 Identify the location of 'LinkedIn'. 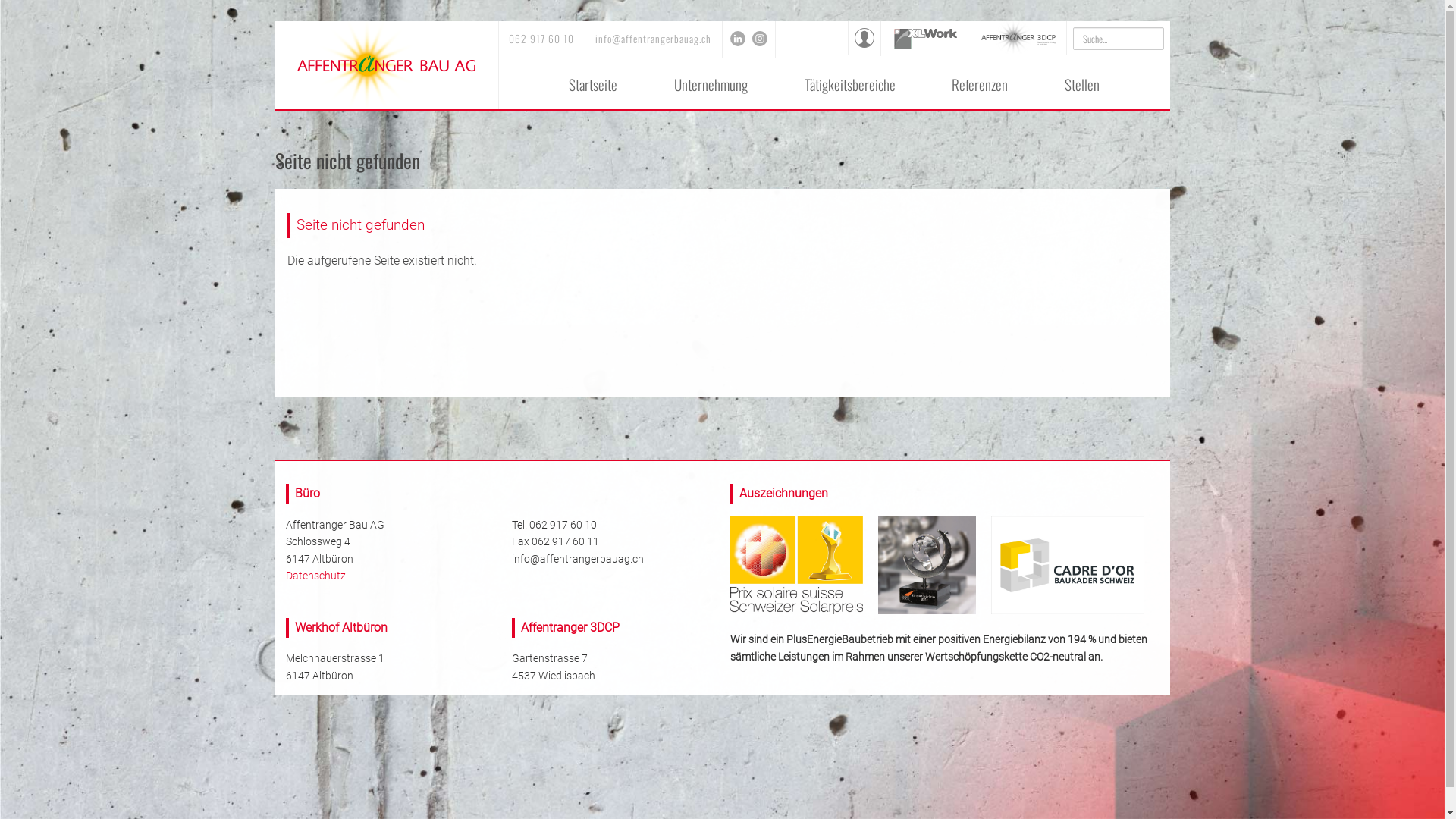
(738, 38).